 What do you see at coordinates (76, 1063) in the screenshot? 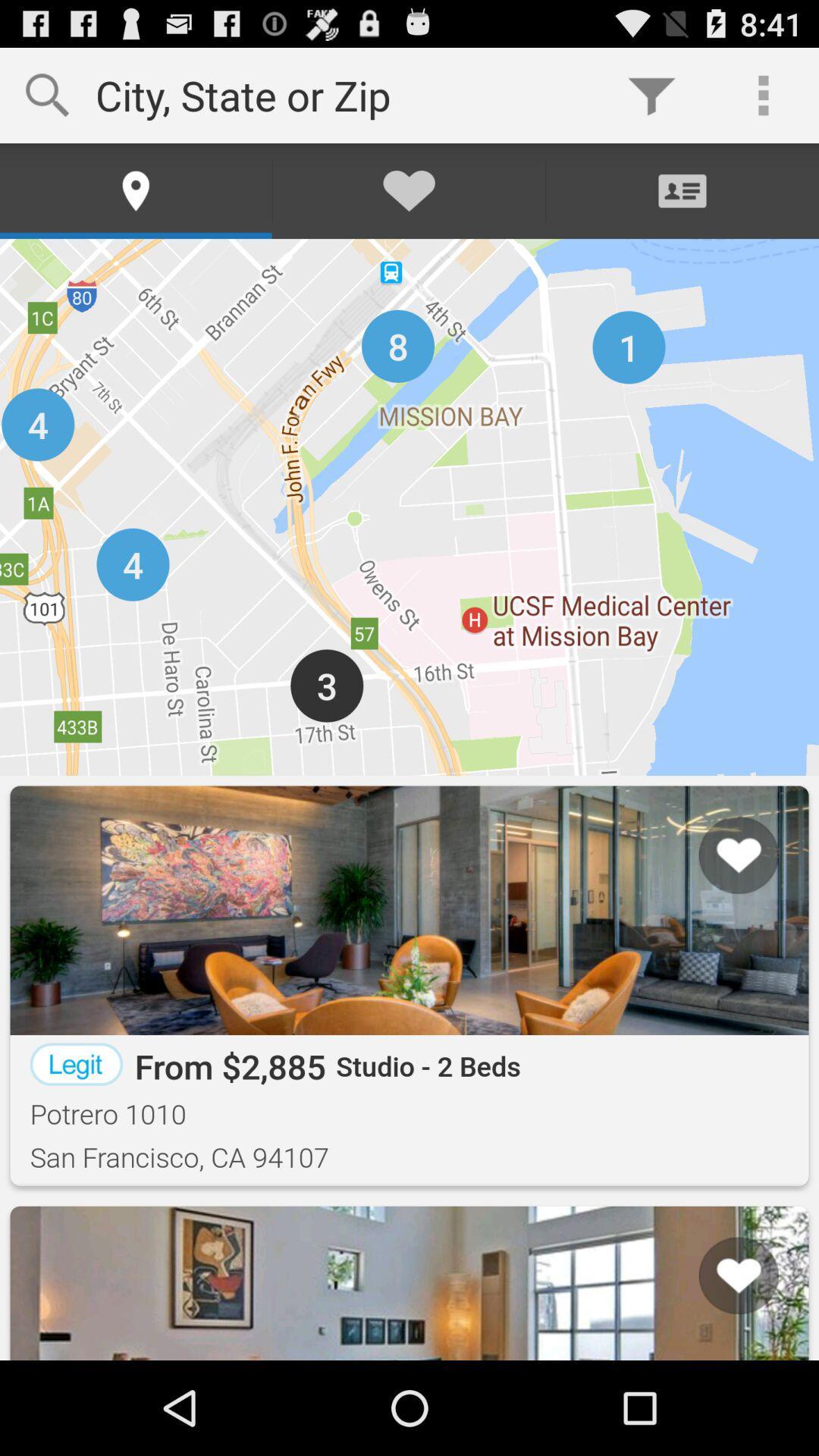
I see `the item next to the from $2,885 icon` at bounding box center [76, 1063].